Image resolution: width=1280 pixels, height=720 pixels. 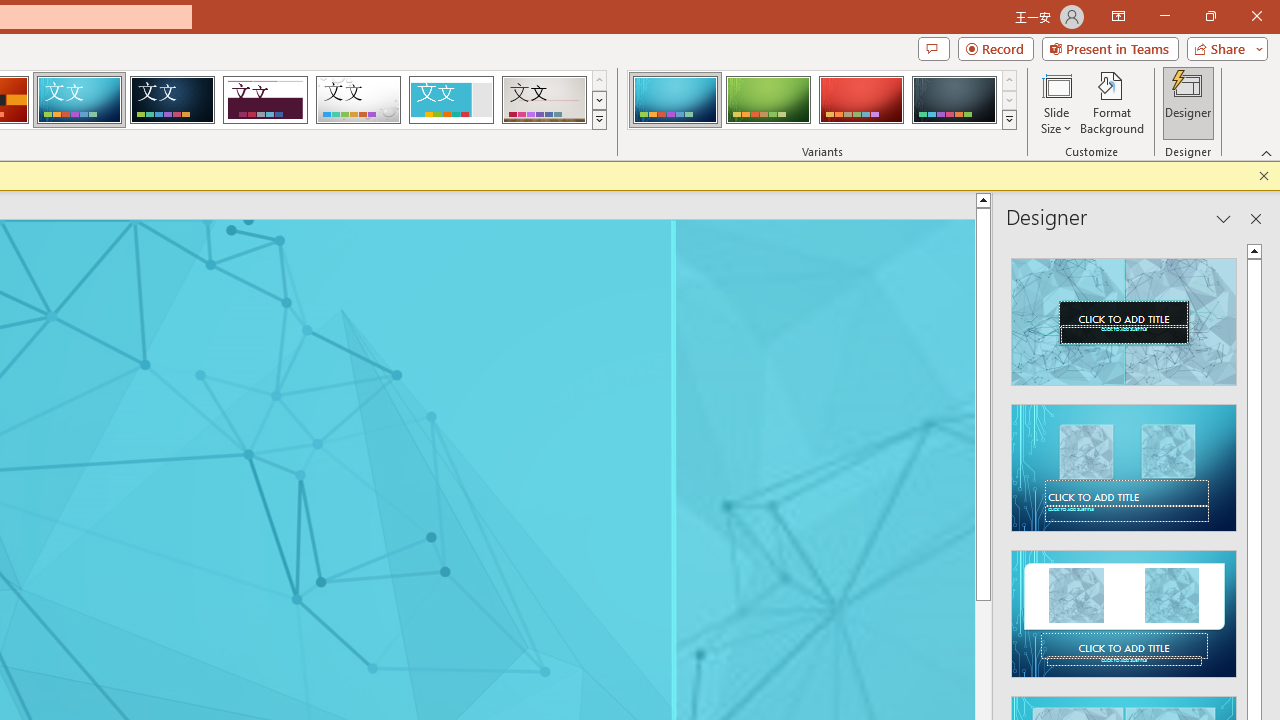 I want to click on 'Recommended Design: Design Idea', so click(x=1124, y=315).